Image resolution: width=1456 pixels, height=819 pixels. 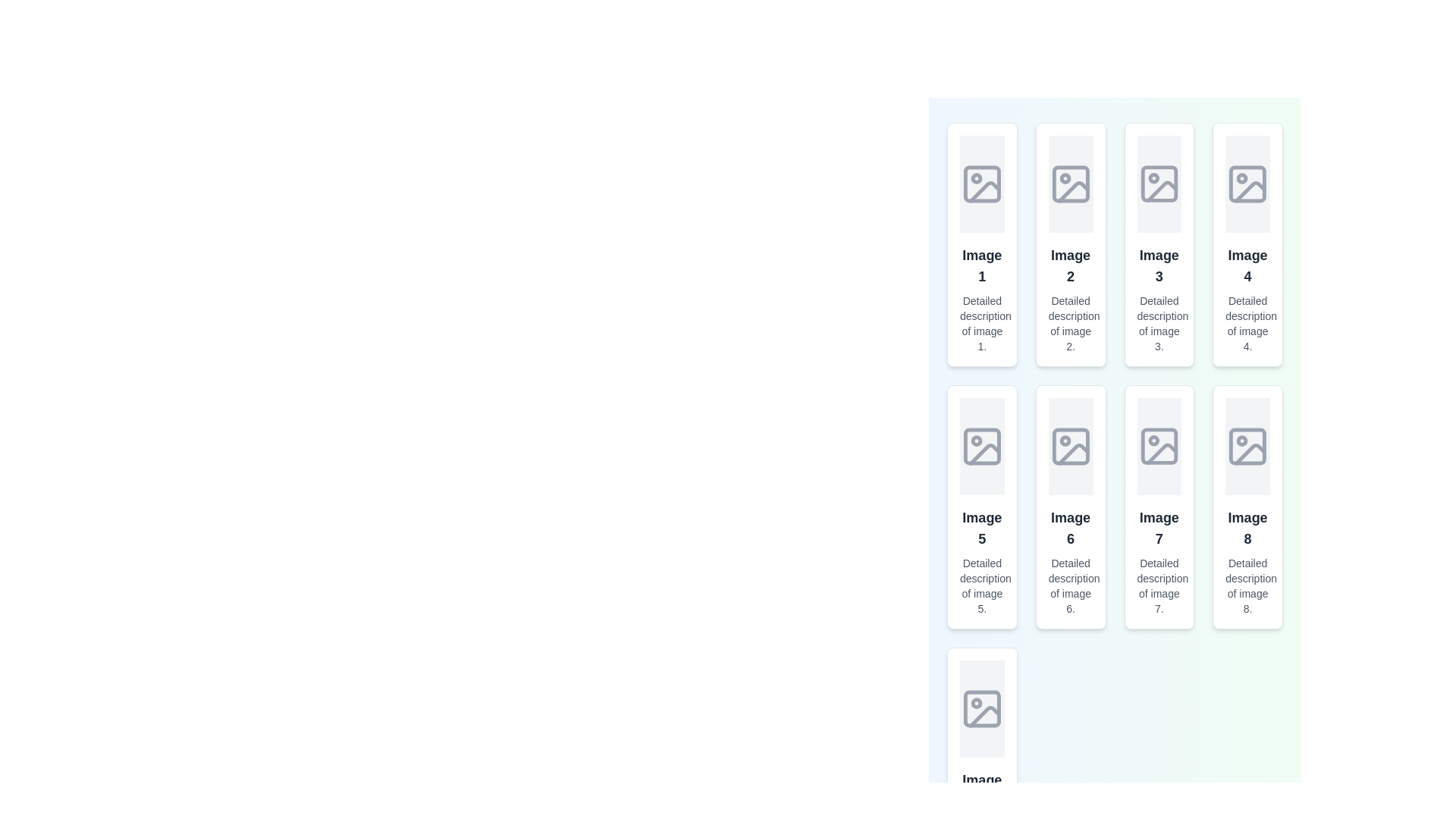 What do you see at coordinates (1158, 446) in the screenshot?
I see `the rectangular card with a gray background and an image placeholder icon, located in the second row and third column of the grid layout` at bounding box center [1158, 446].